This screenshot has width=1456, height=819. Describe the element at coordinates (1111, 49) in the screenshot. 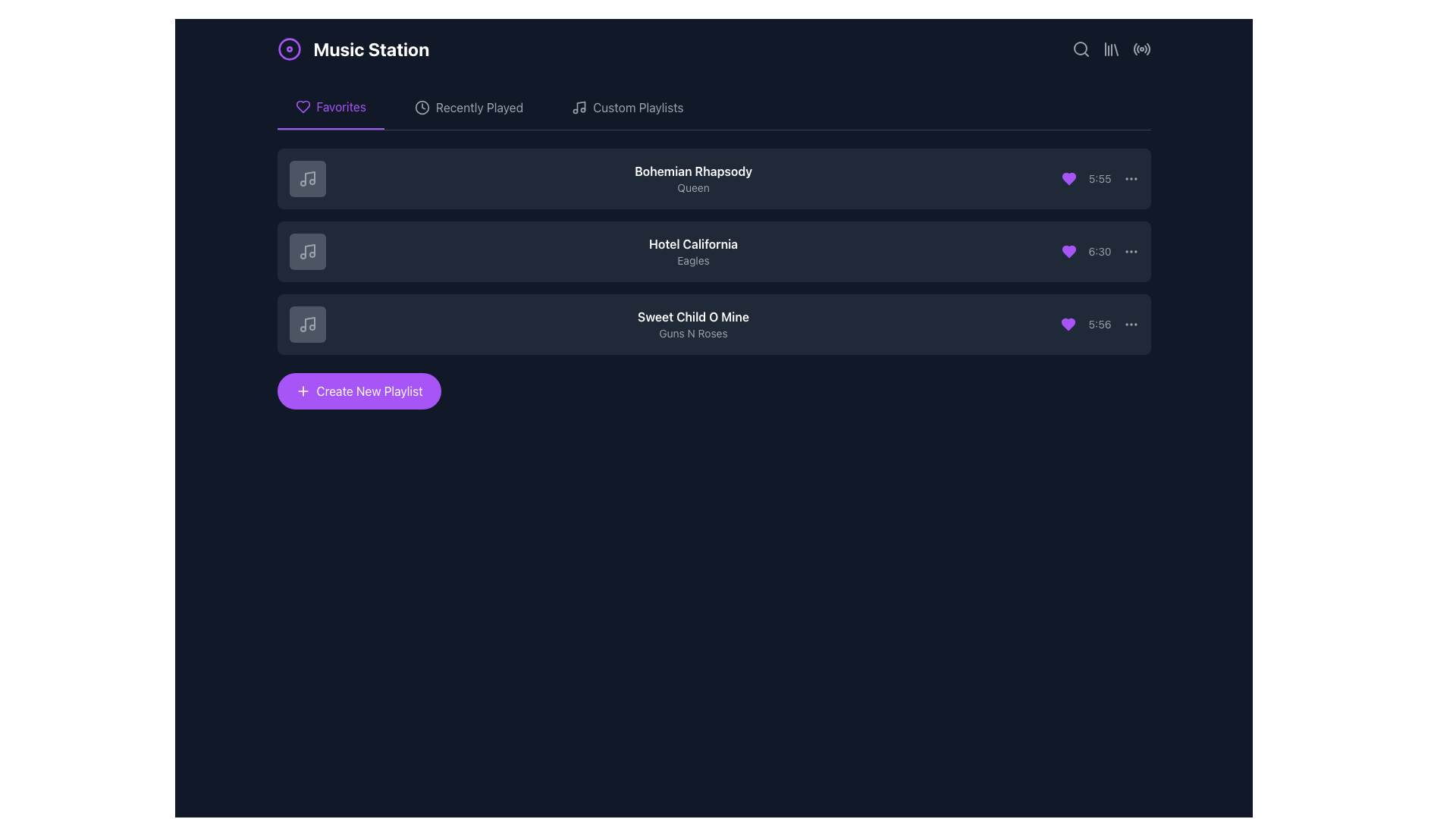

I see `the third icon from the left in the top-right corner of the application interface, which resembles a set of vertical bars leaning slightly to the right` at that location.